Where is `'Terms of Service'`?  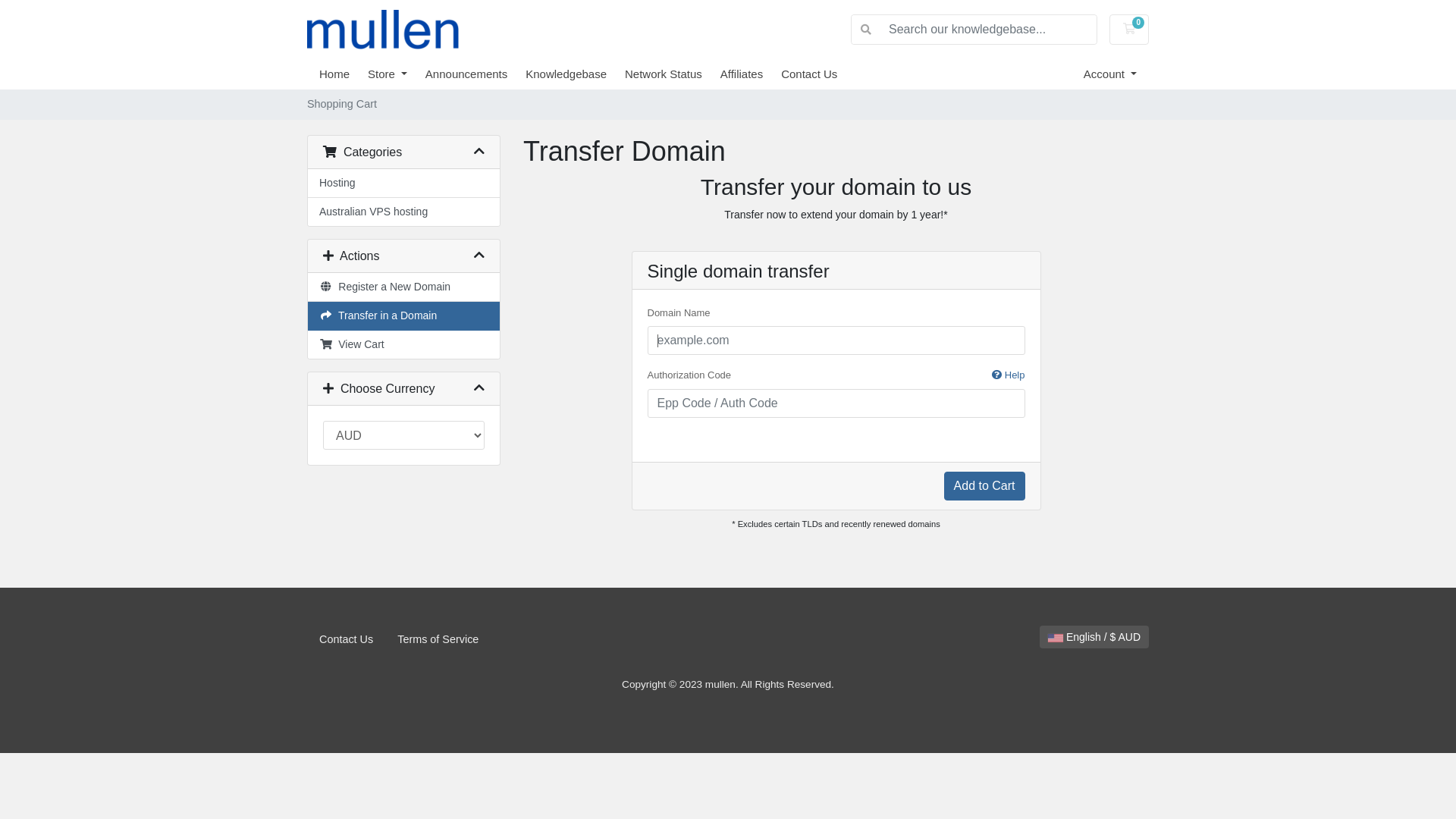
'Terms of Service' is located at coordinates (437, 640).